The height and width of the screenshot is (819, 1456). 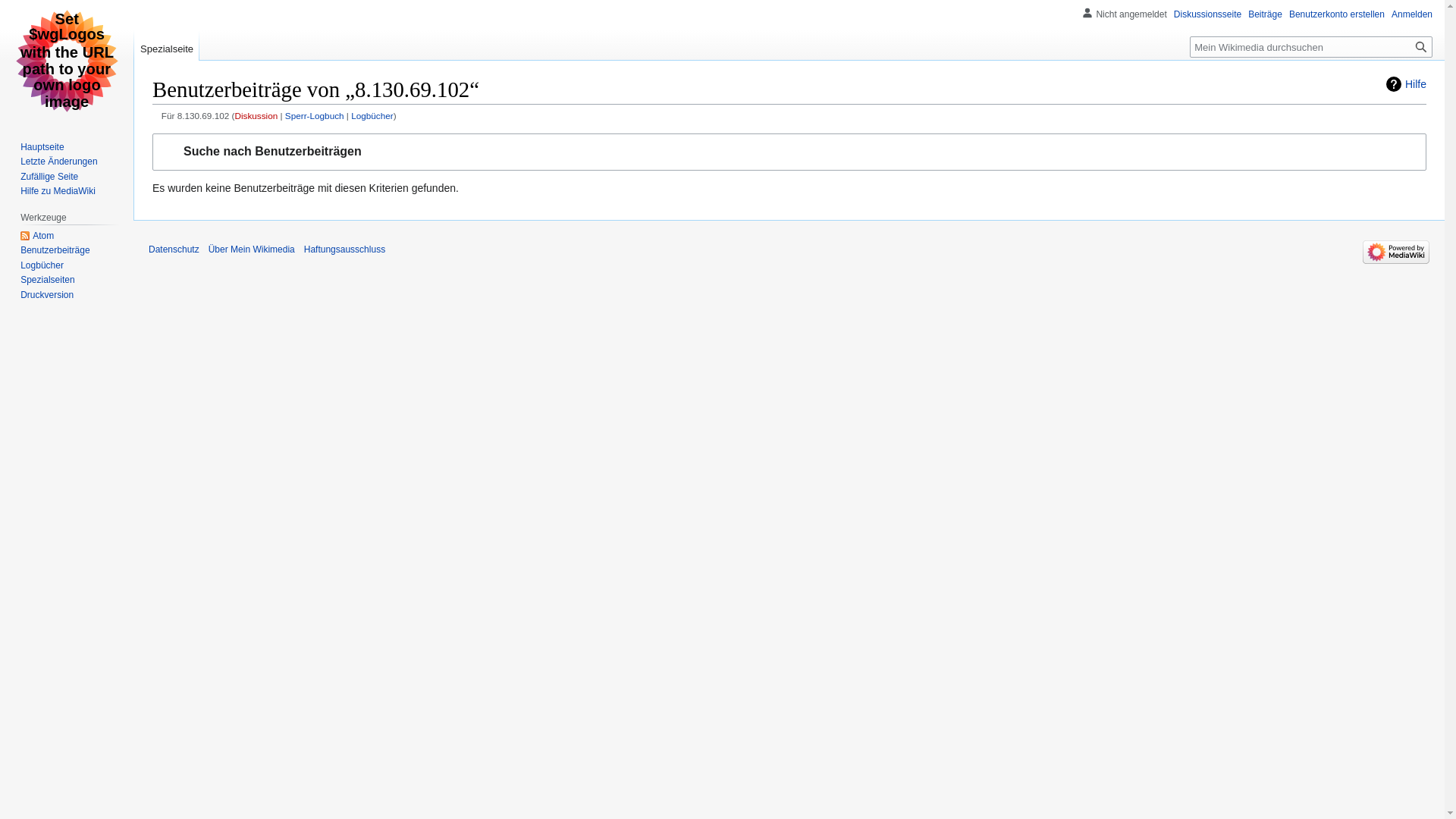 What do you see at coordinates (313, 115) in the screenshot?
I see `'Sperr-Logbuch'` at bounding box center [313, 115].